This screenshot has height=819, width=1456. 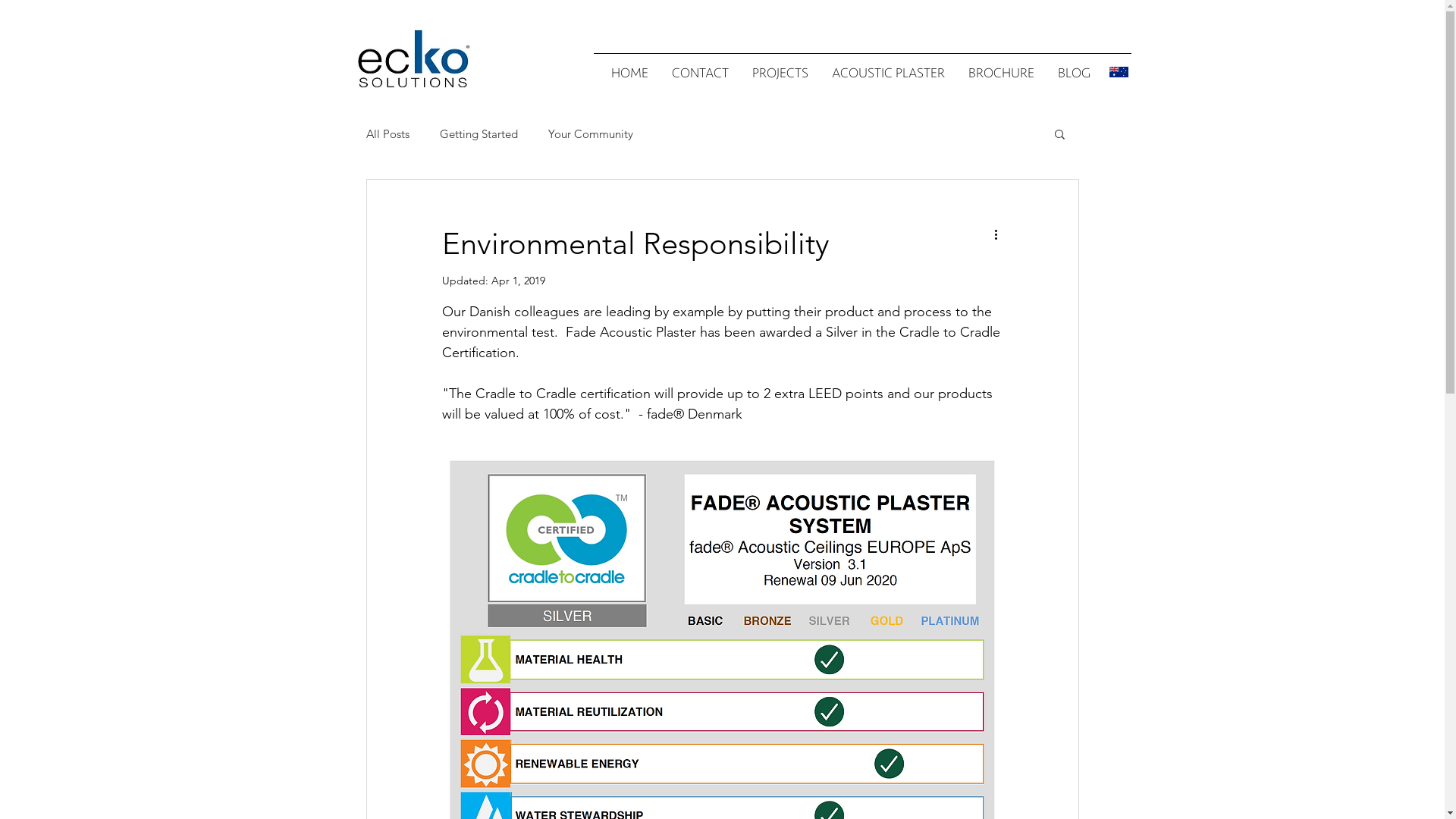 I want to click on 'BLOG', so click(x=1046, y=73).